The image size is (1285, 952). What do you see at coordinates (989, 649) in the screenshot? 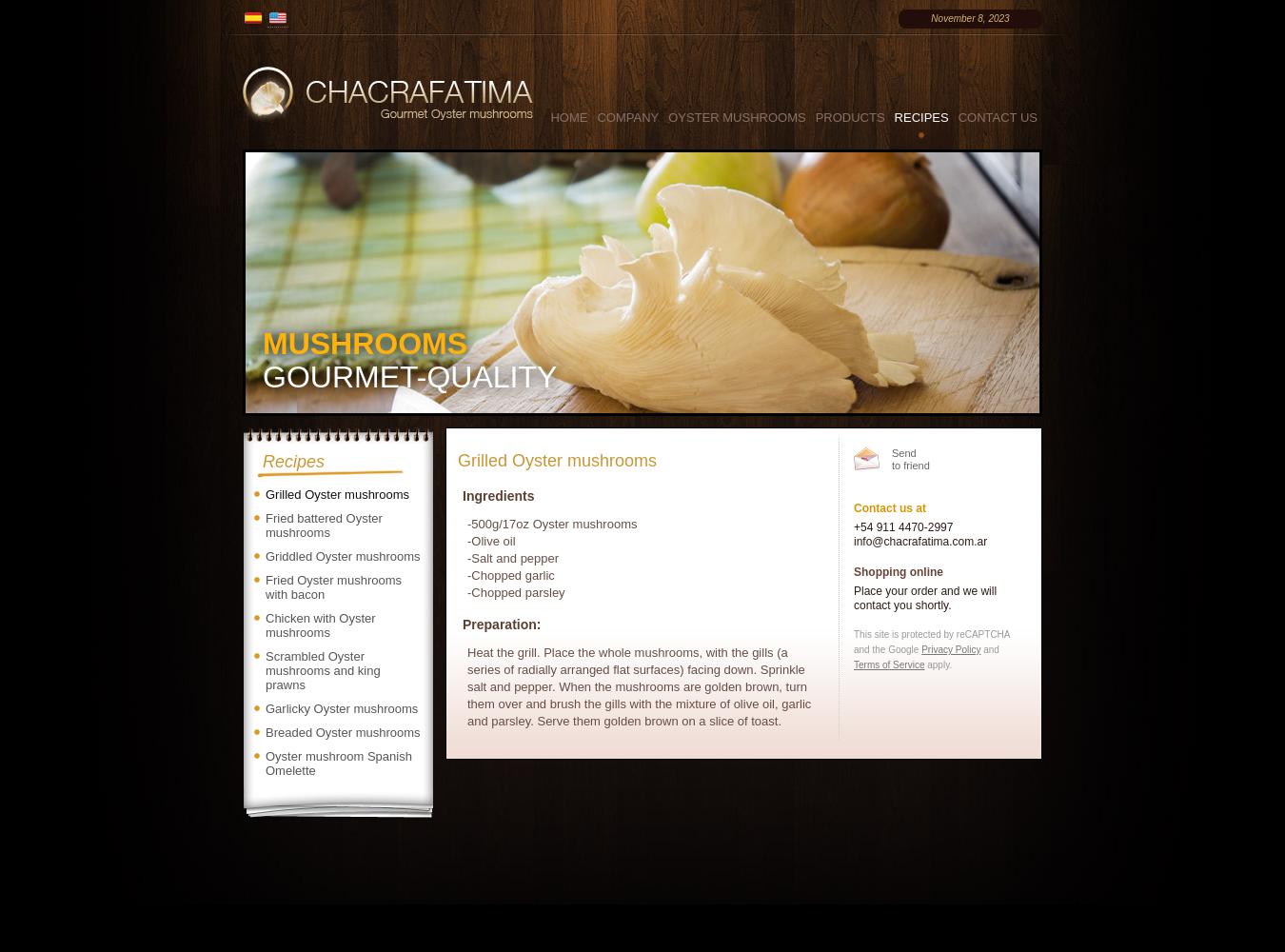
I see `'and'` at bounding box center [989, 649].